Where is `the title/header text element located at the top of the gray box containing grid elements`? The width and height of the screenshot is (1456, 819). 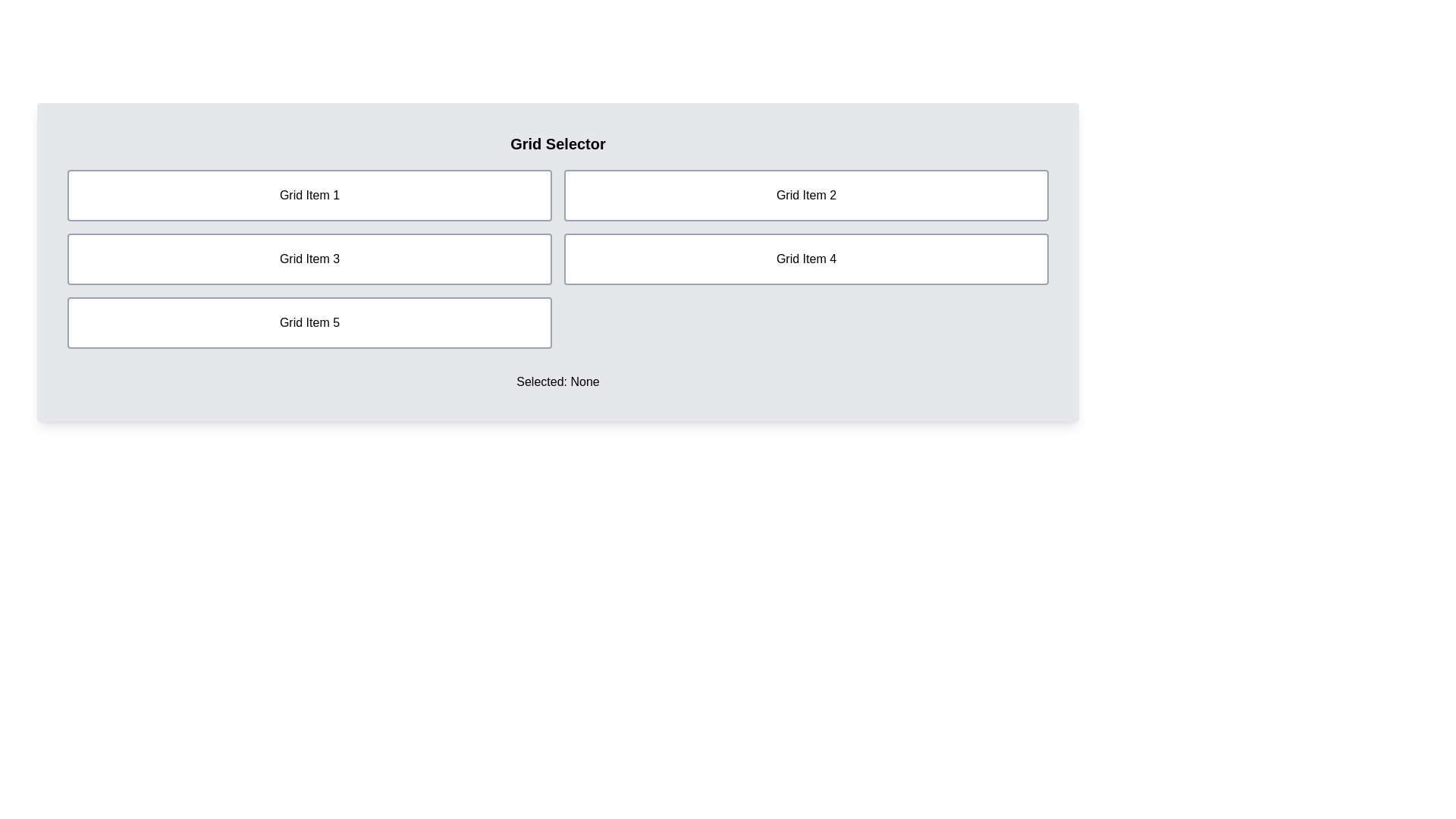
the title/header text element located at the top of the gray box containing grid elements is located at coordinates (557, 143).